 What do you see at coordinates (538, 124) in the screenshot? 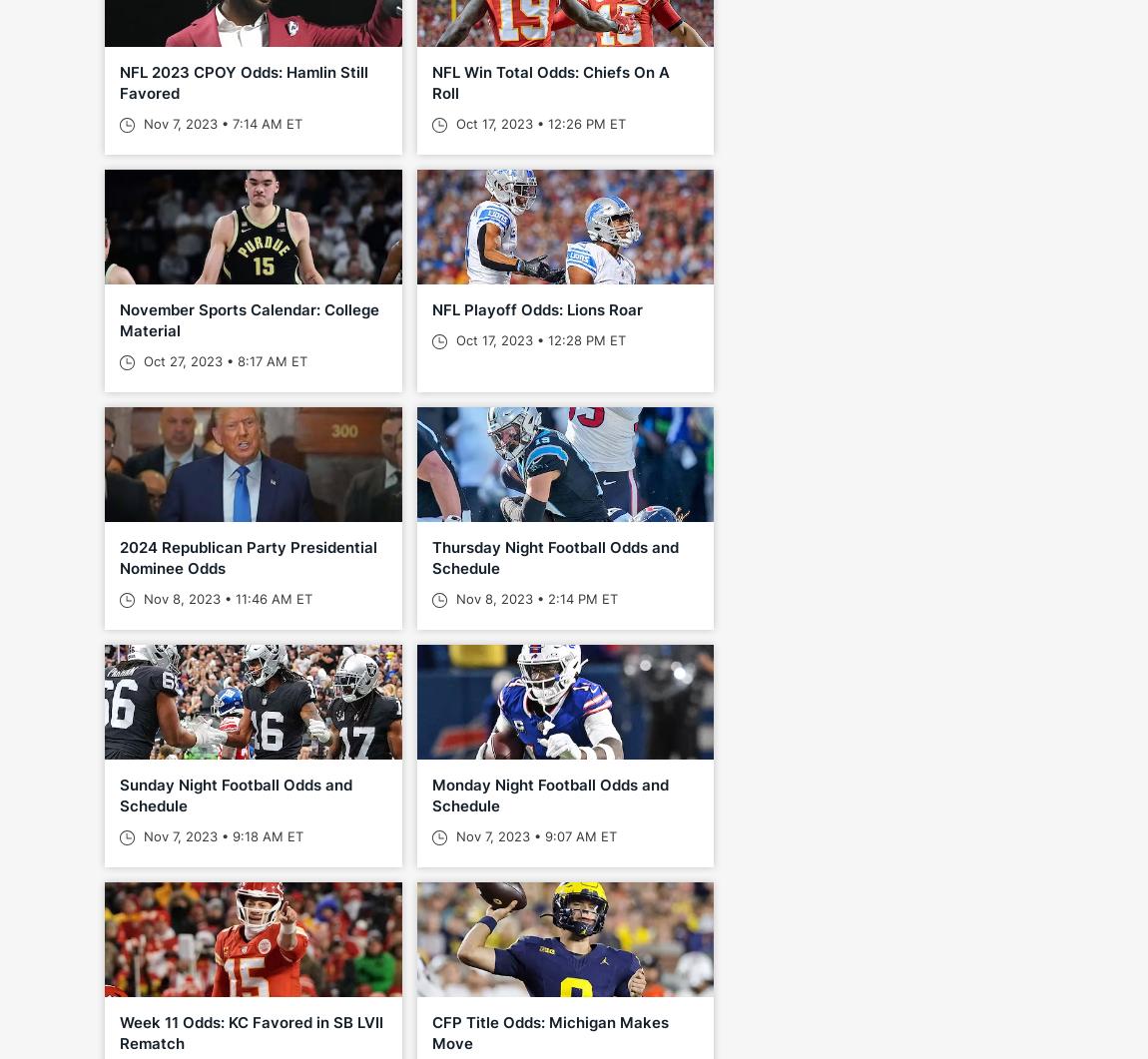
I see `'Oct 17, 2023 • 12:26 PM ET'` at bounding box center [538, 124].